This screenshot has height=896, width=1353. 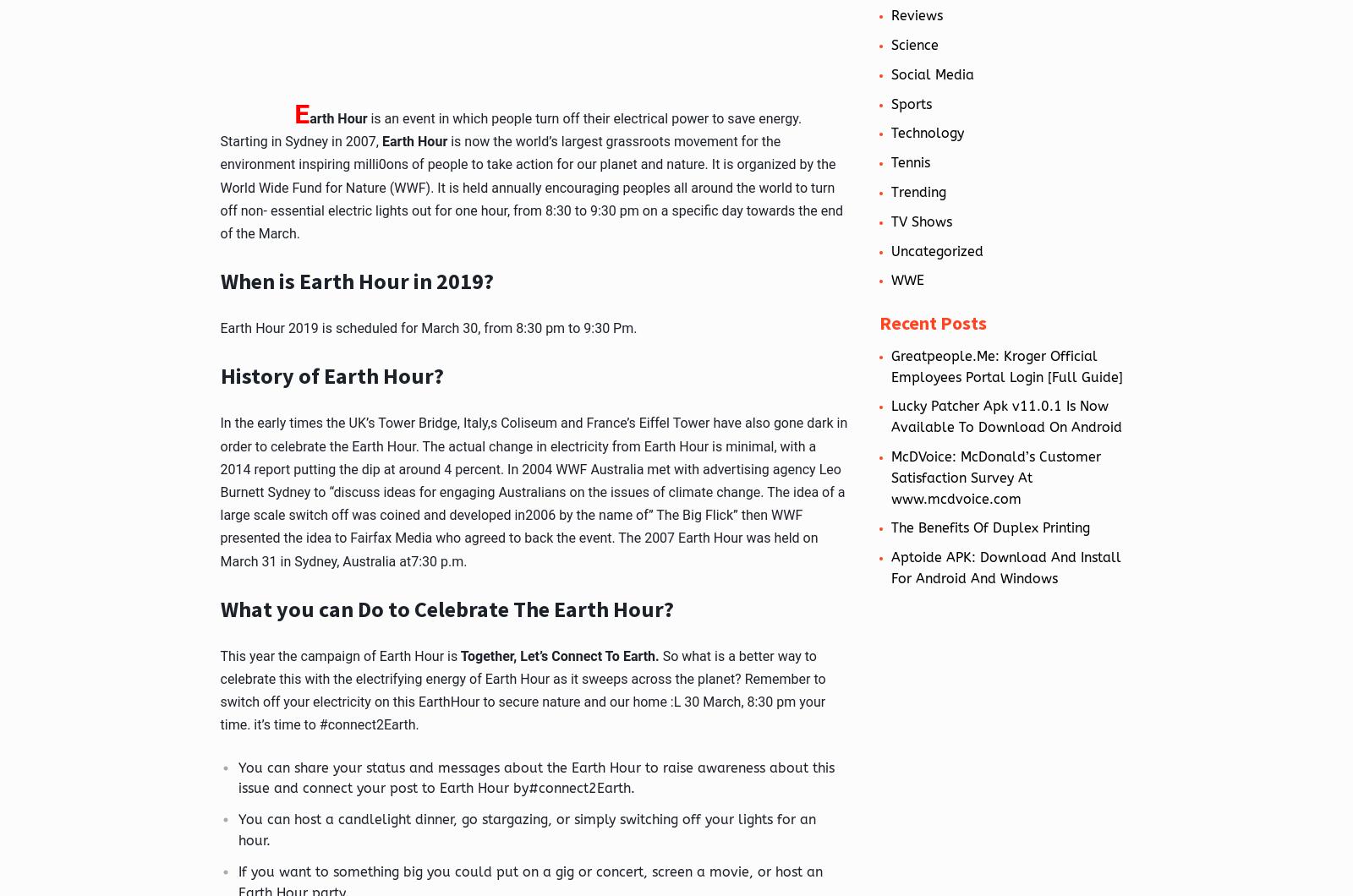 I want to click on 'In the early times the UK’s Tower Bridge, Italy,s Coliseum and France’s Eiffel Tower have also gone dark in order to celebrate the Earth Hour. The actual change in electricity from Earth Hour is minimal, with a 2014 report putting the dip at around 4 percent. In 2004 WWF Australia met with advertising agency Leo Burnett Sydney to “discuss ideas for engaging Australians on the issues of climate change. The idea of a large scale switch off was coined and developed in2006 by the name of” The Big Flick” then WWF presented the idea to Fairfax Media who agreed to back the event. The 2007 Earth Hour was held on March 31 in Sydney, Australia at7:30 p.m.', so click(x=534, y=492).